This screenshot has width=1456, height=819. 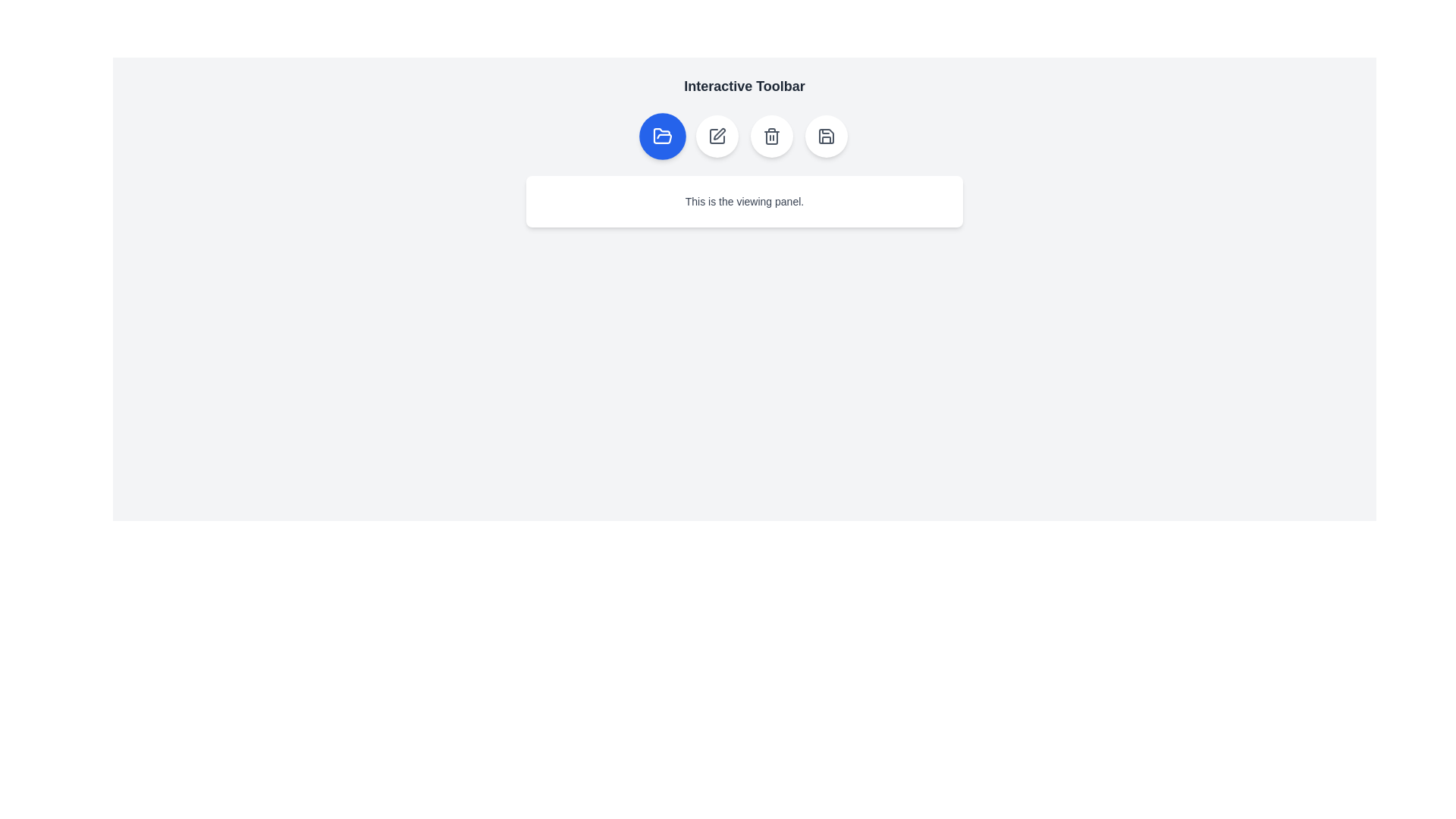 I want to click on the circular edit button with a white background and gray border located at the top-center of the interface, so click(x=716, y=136).